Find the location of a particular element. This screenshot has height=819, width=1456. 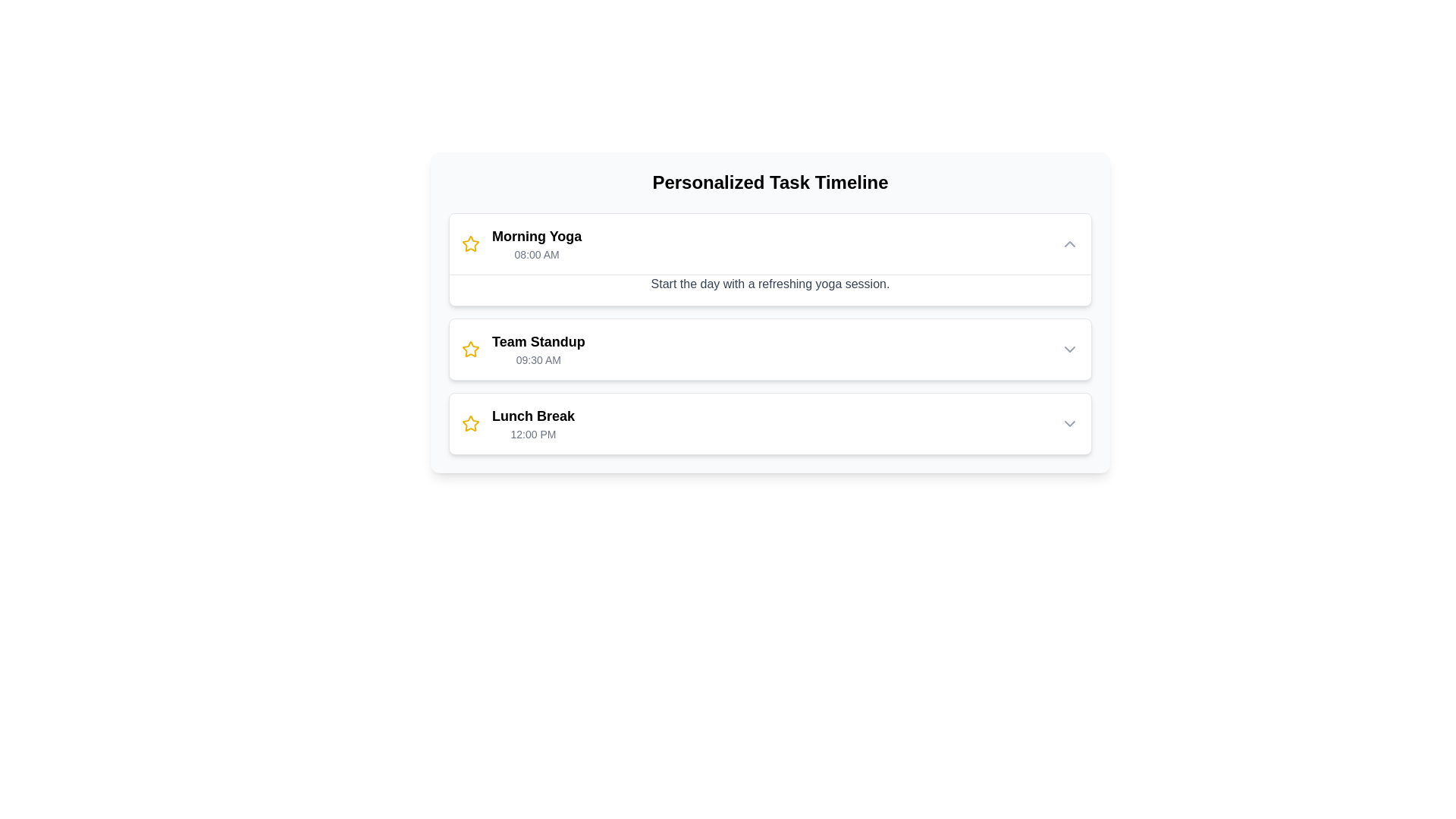

the star-shaped icon indicating favorites for the 'Team Standup' task is located at coordinates (469, 350).